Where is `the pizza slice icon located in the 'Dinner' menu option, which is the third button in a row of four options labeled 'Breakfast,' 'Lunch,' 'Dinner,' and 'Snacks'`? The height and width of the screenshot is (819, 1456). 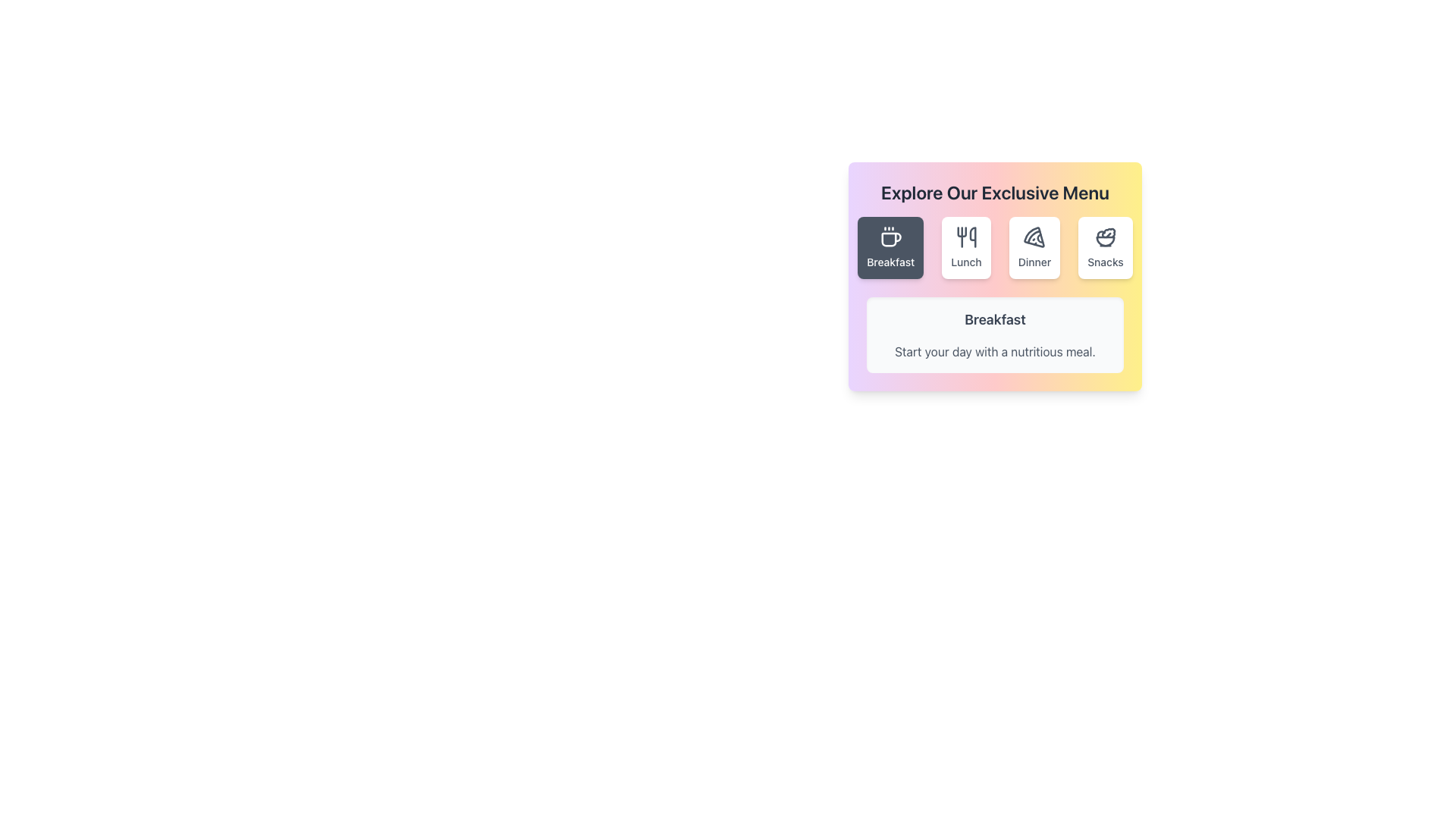 the pizza slice icon located in the 'Dinner' menu option, which is the third button in a row of four options labeled 'Breakfast,' 'Lunch,' 'Dinner,' and 'Snacks' is located at coordinates (1034, 237).